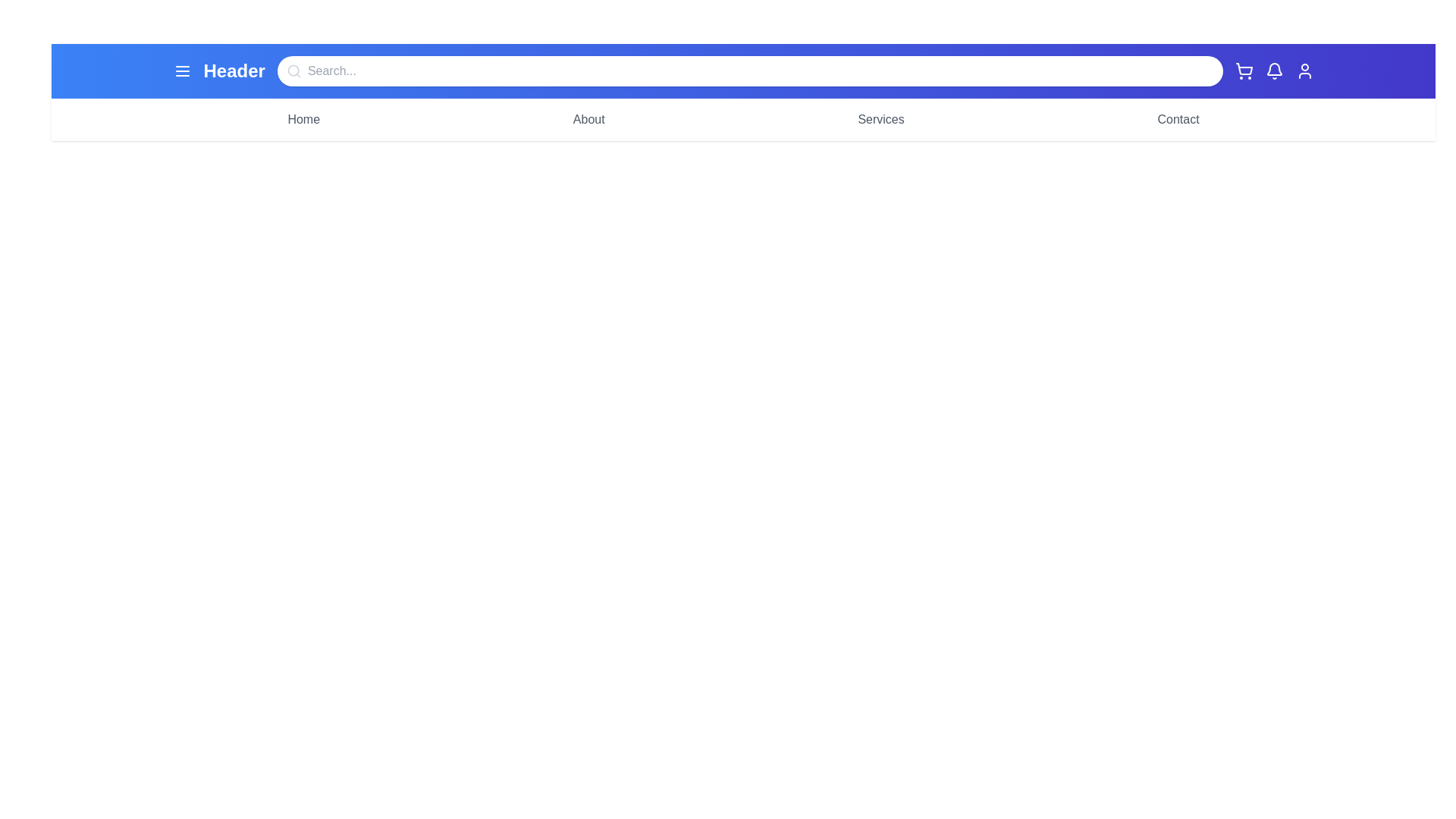 Image resolution: width=1456 pixels, height=819 pixels. What do you see at coordinates (1274, 71) in the screenshot?
I see `the notification bell icon` at bounding box center [1274, 71].